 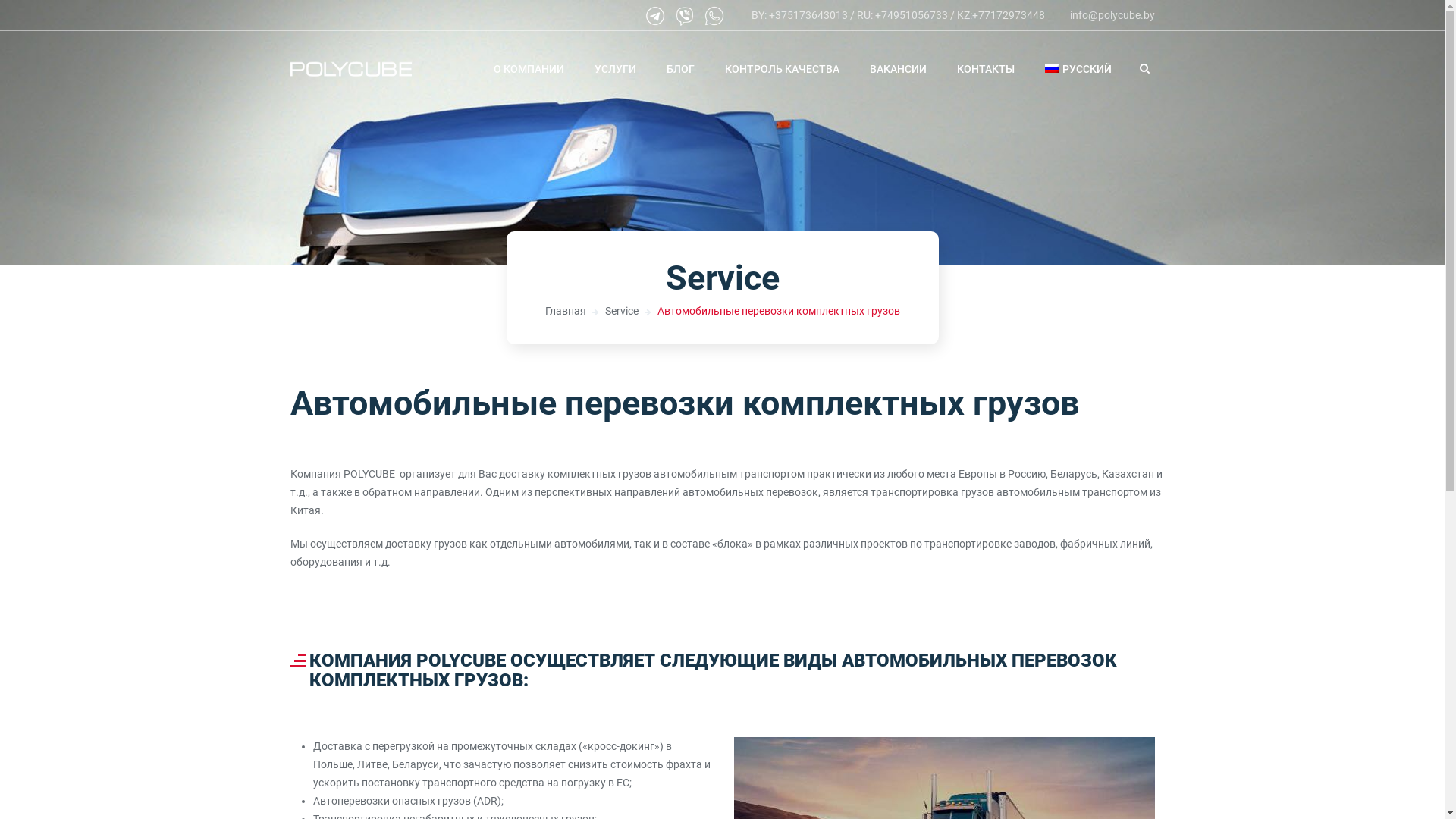 I want to click on 'BY: +375173643013 / RU: +74951056733 / KZ:+77172973448', so click(x=897, y=14).